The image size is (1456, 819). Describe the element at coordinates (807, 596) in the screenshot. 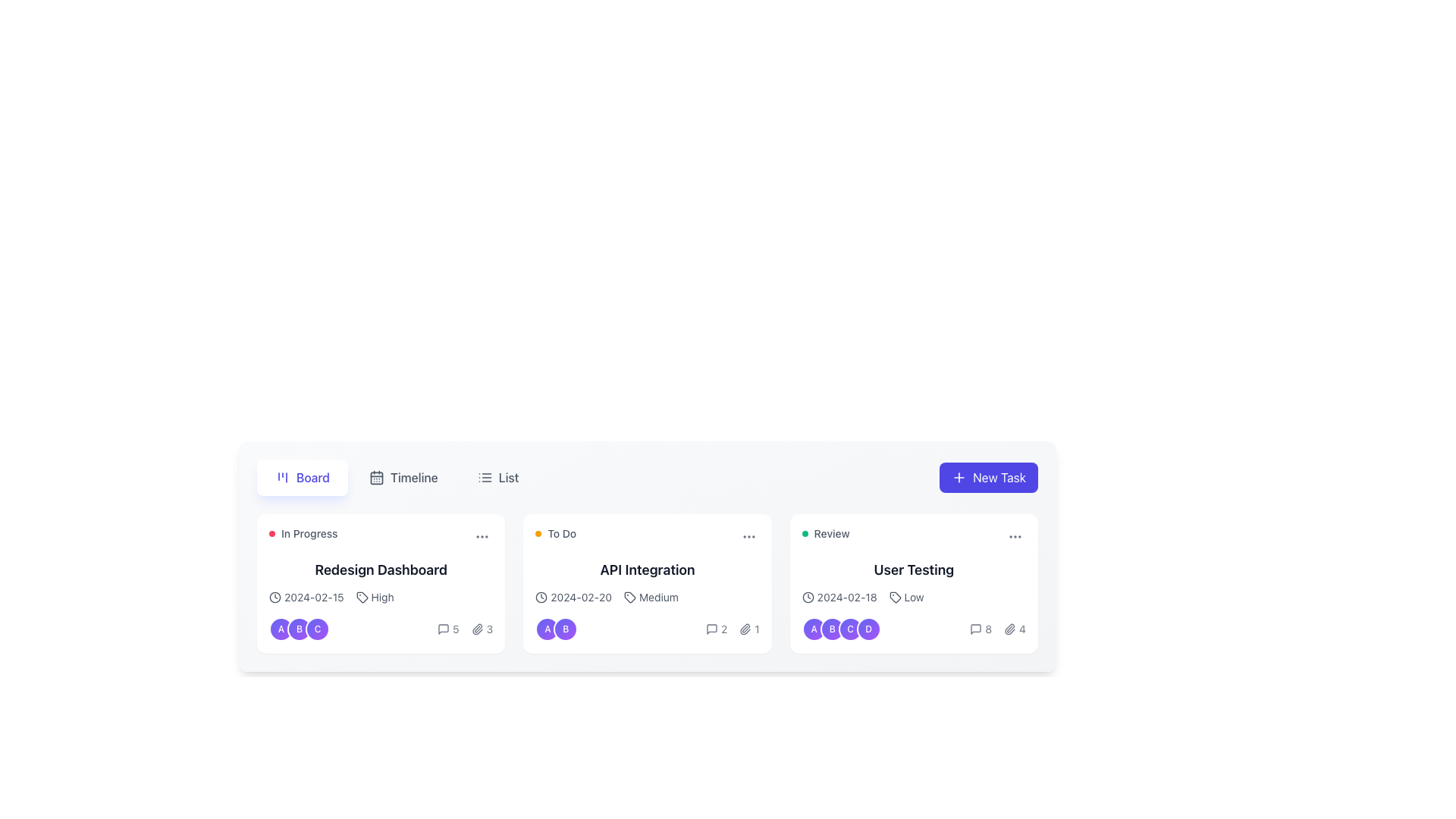

I see `the central SVG circle within the clock icon that represents time-related functionality, located adjacent to the 'User Testing' text in the 'Review' block on the task board` at that location.